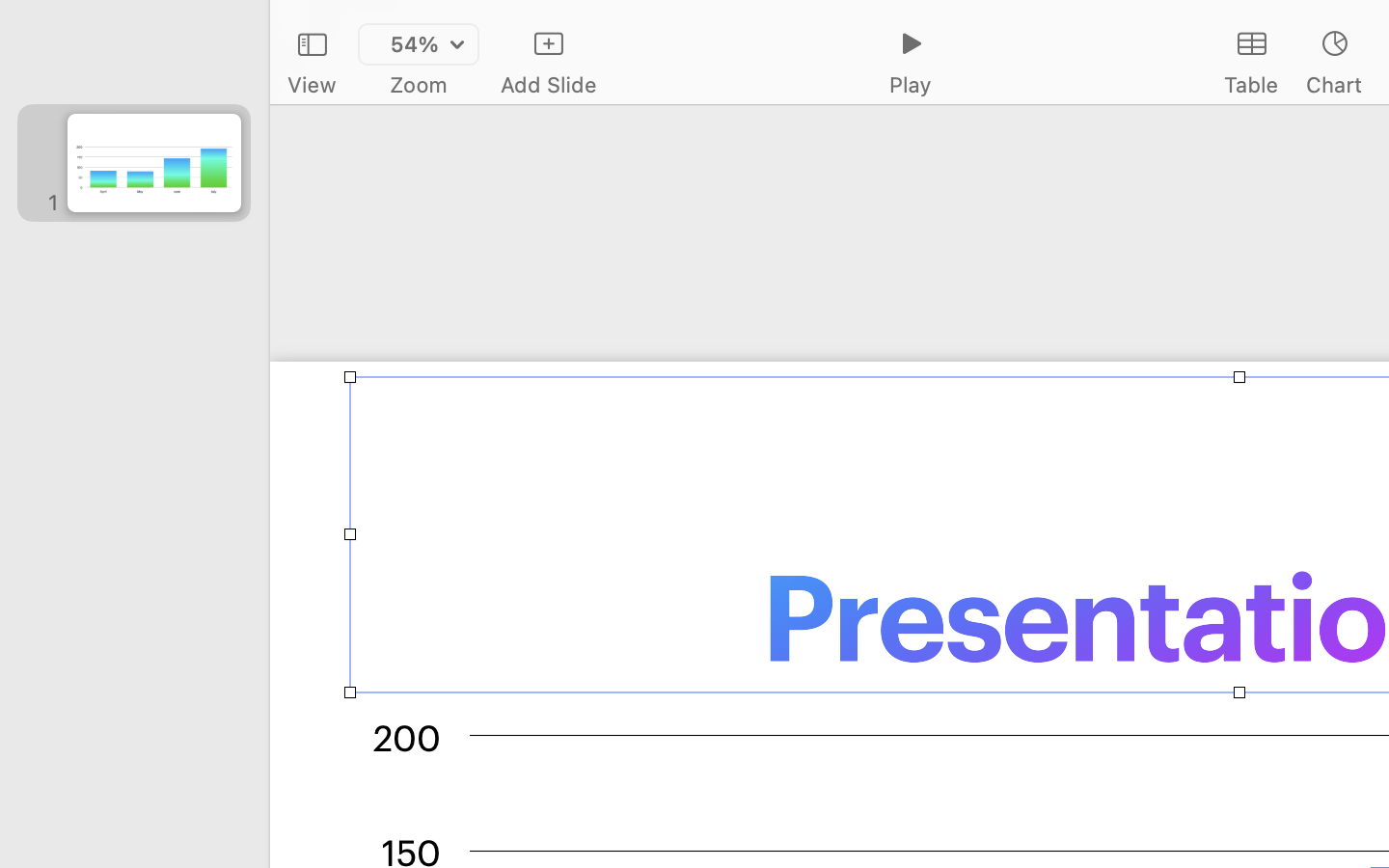 This screenshot has width=1389, height=868. Describe the element at coordinates (311, 84) in the screenshot. I see `'View'` at that location.